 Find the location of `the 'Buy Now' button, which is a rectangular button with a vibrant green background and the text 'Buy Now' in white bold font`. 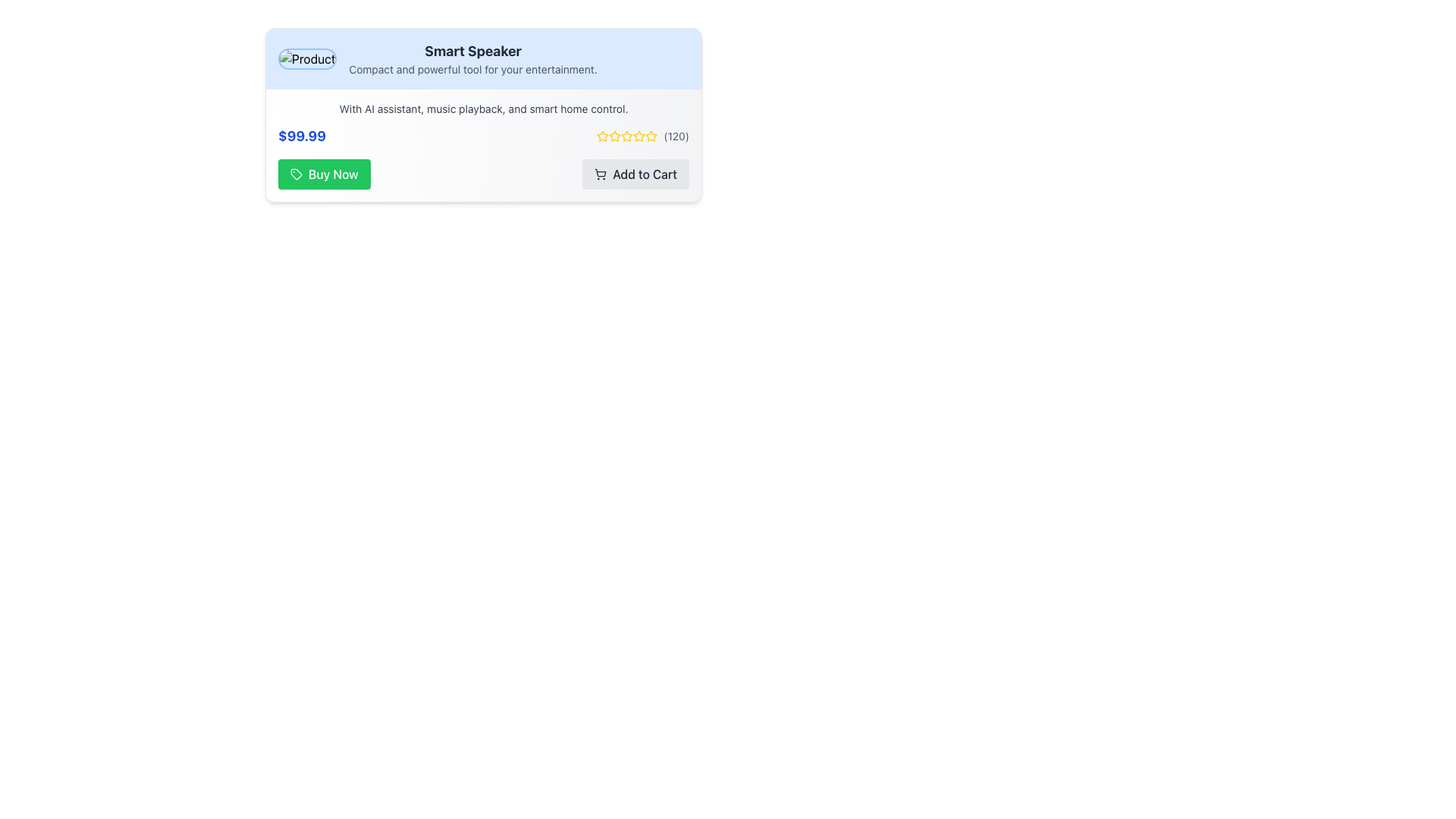

the 'Buy Now' button, which is a rectangular button with a vibrant green background and the text 'Buy Now' in white bold font is located at coordinates (323, 174).